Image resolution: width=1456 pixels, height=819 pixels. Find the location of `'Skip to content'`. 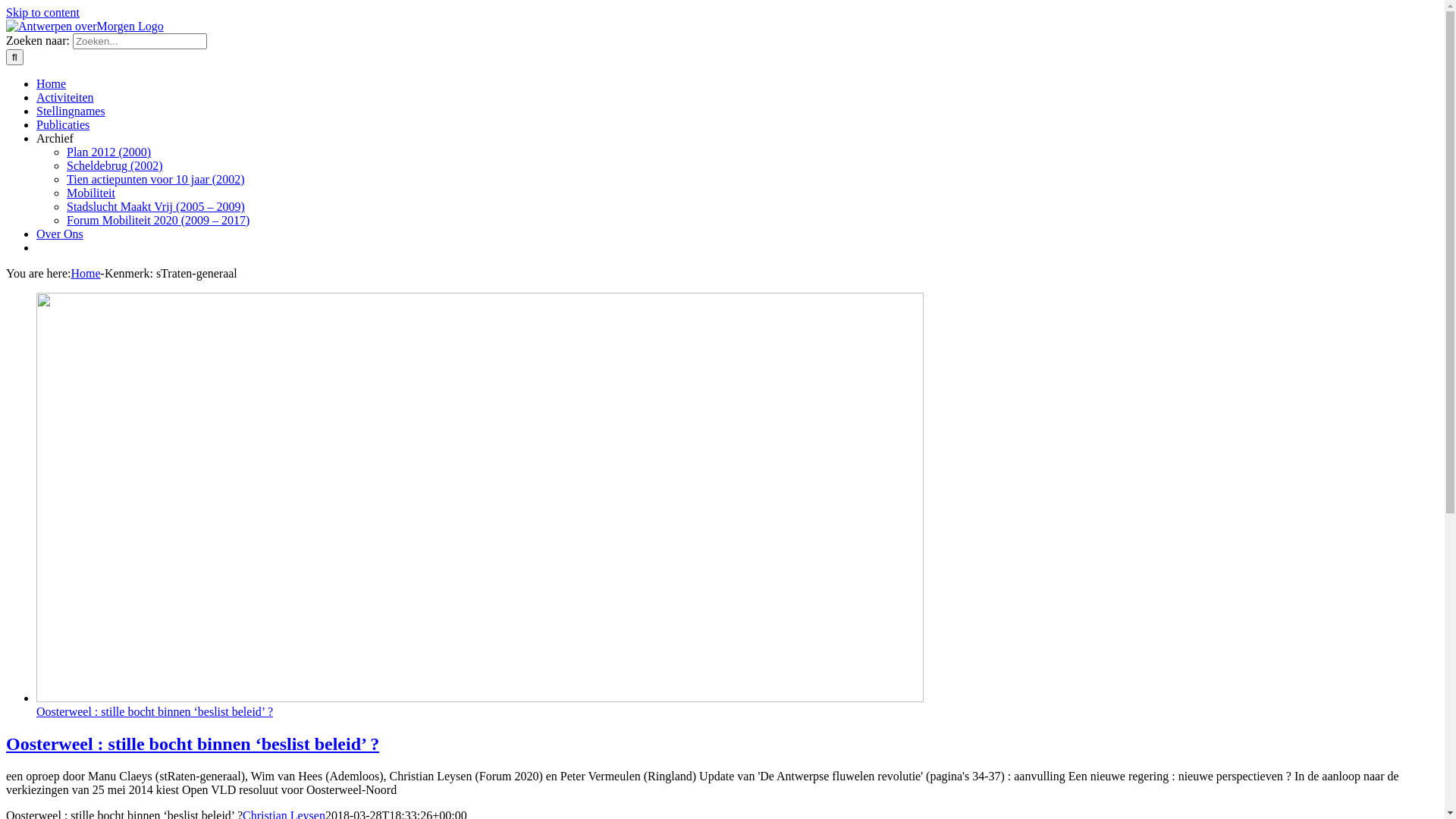

'Skip to content' is located at coordinates (42, 12).